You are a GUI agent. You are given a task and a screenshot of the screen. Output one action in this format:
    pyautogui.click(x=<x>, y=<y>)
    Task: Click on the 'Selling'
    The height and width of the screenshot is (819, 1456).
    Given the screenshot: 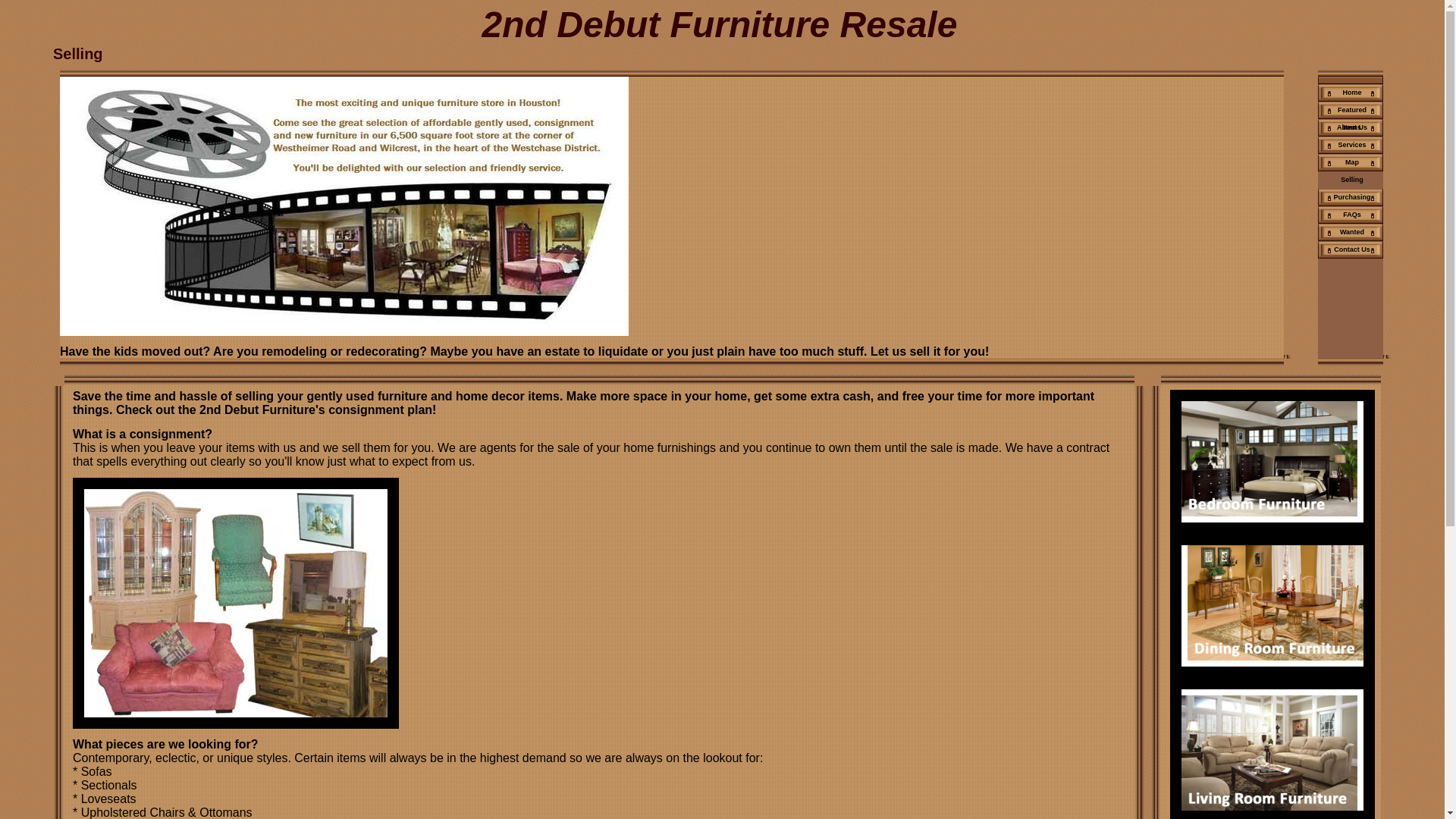 What is the action you would take?
    pyautogui.click(x=1350, y=179)
    